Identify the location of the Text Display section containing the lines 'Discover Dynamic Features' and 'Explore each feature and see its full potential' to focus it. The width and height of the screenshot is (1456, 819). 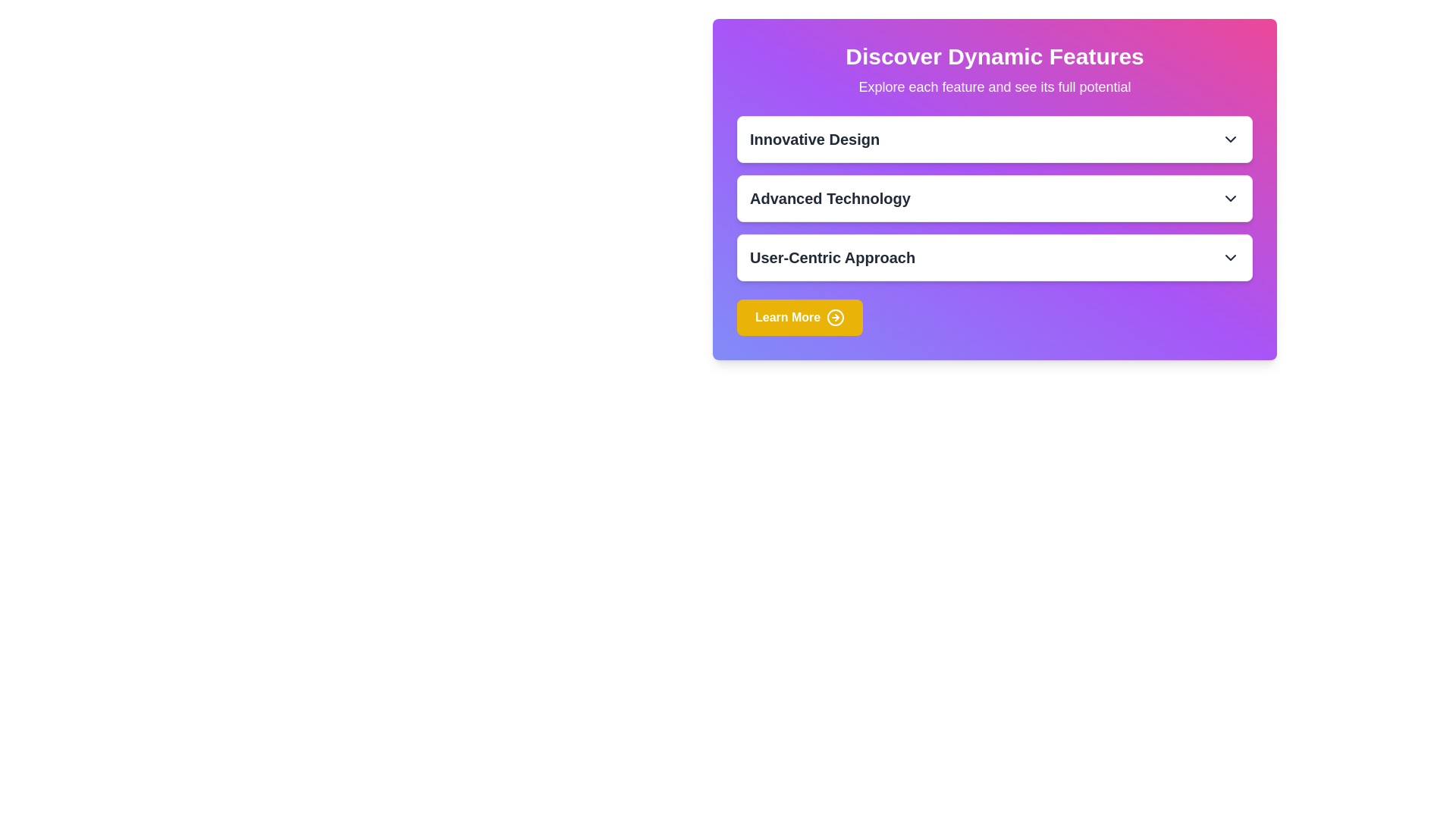
(994, 70).